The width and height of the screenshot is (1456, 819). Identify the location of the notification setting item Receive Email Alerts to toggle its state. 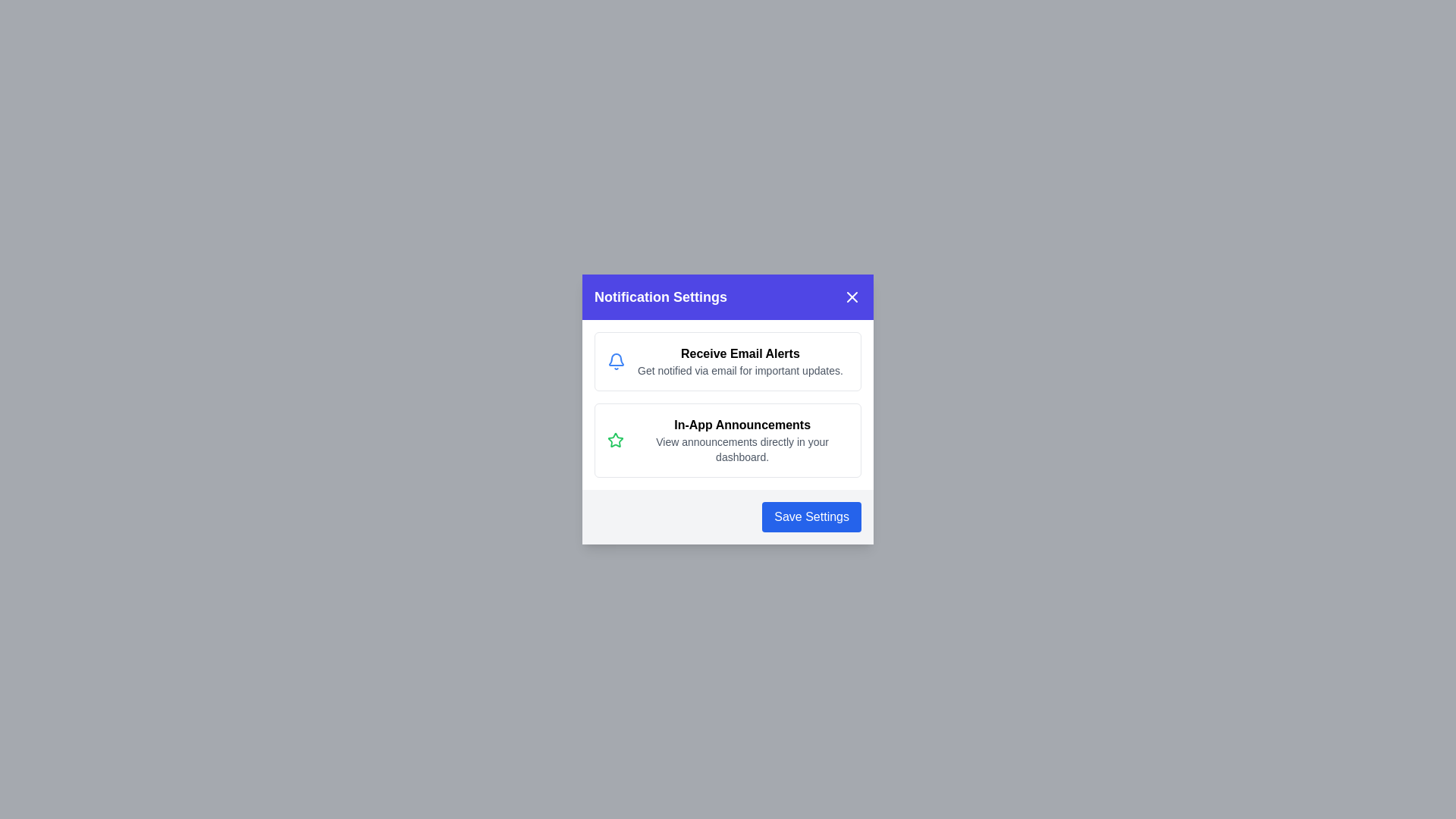
(728, 362).